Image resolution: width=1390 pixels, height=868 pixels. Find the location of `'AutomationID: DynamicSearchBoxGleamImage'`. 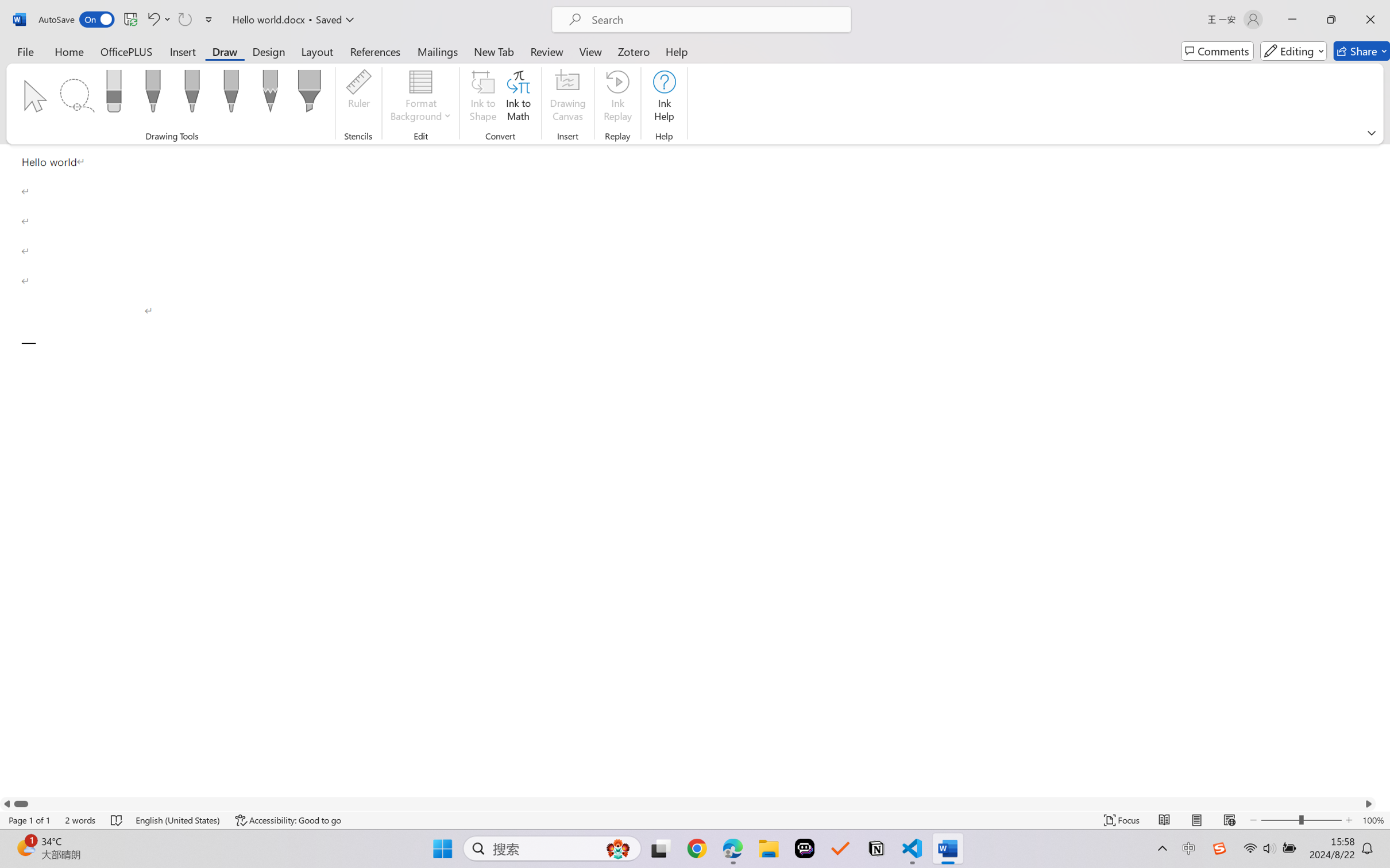

'AutomationID: DynamicSearchBoxGleamImage' is located at coordinates (618, 848).